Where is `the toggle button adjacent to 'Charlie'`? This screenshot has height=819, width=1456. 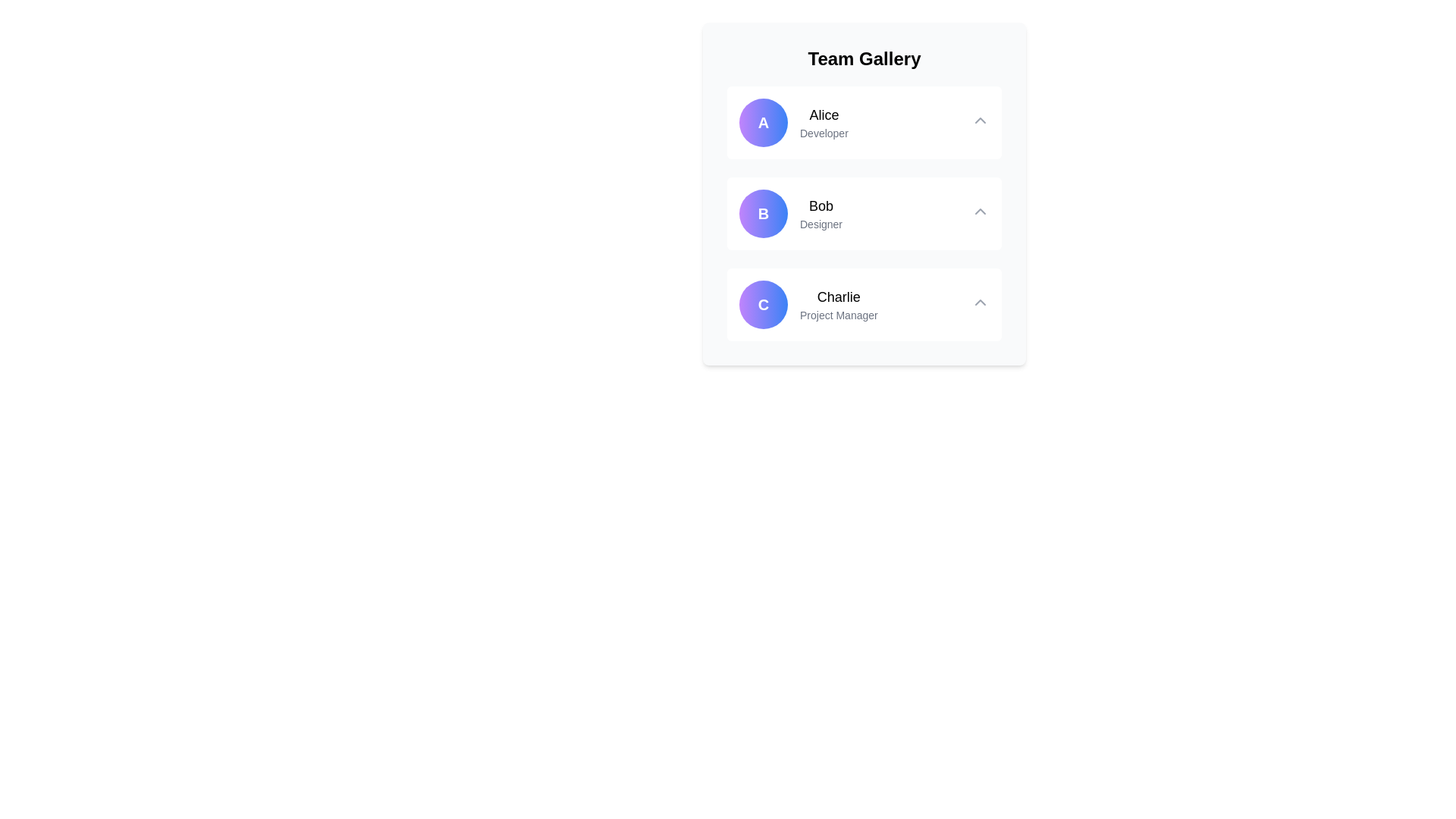 the toggle button adjacent to 'Charlie' is located at coordinates (980, 301).